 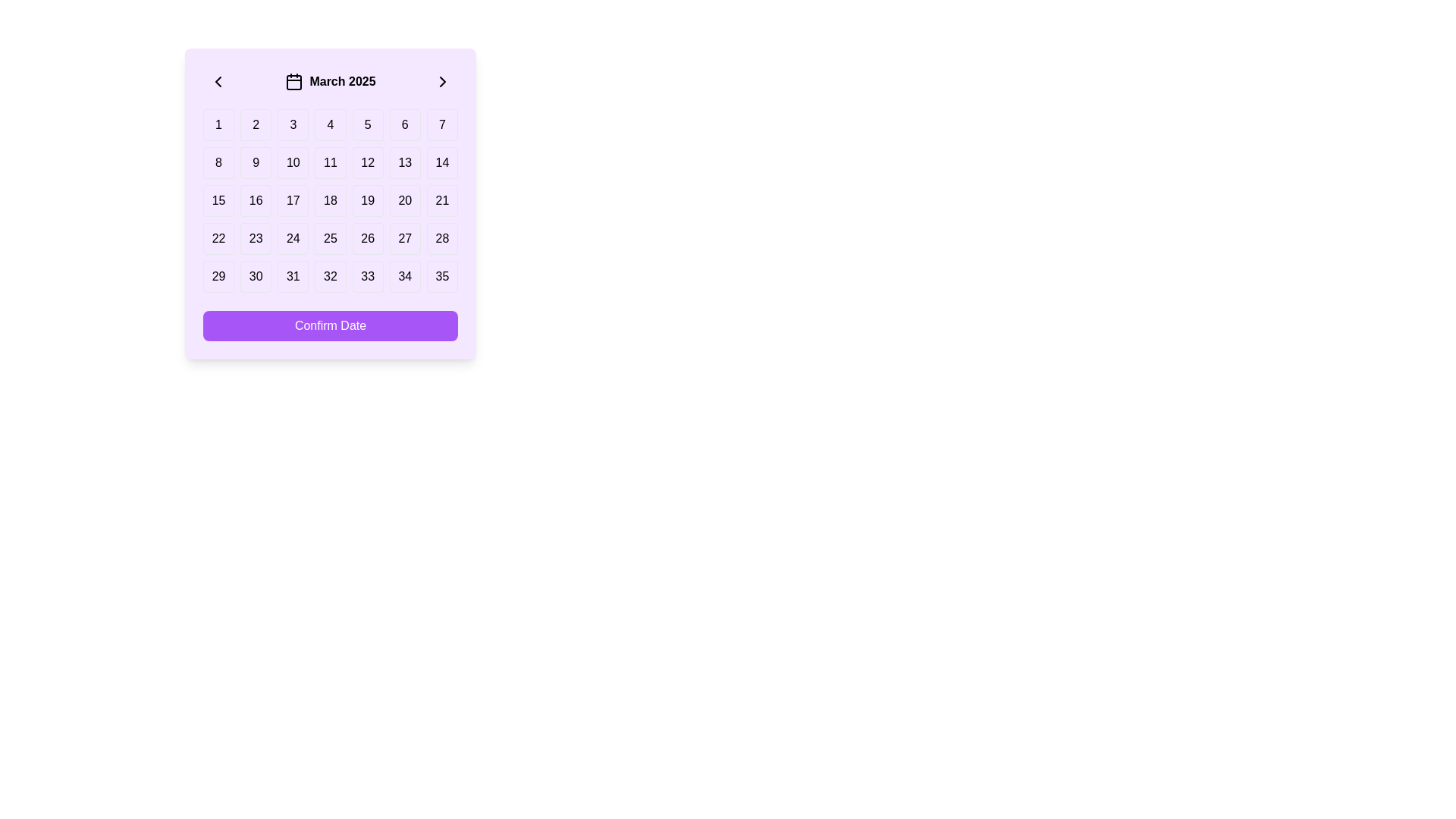 What do you see at coordinates (293, 277) in the screenshot?
I see `the Calendar day cell displaying the number '31'` at bounding box center [293, 277].